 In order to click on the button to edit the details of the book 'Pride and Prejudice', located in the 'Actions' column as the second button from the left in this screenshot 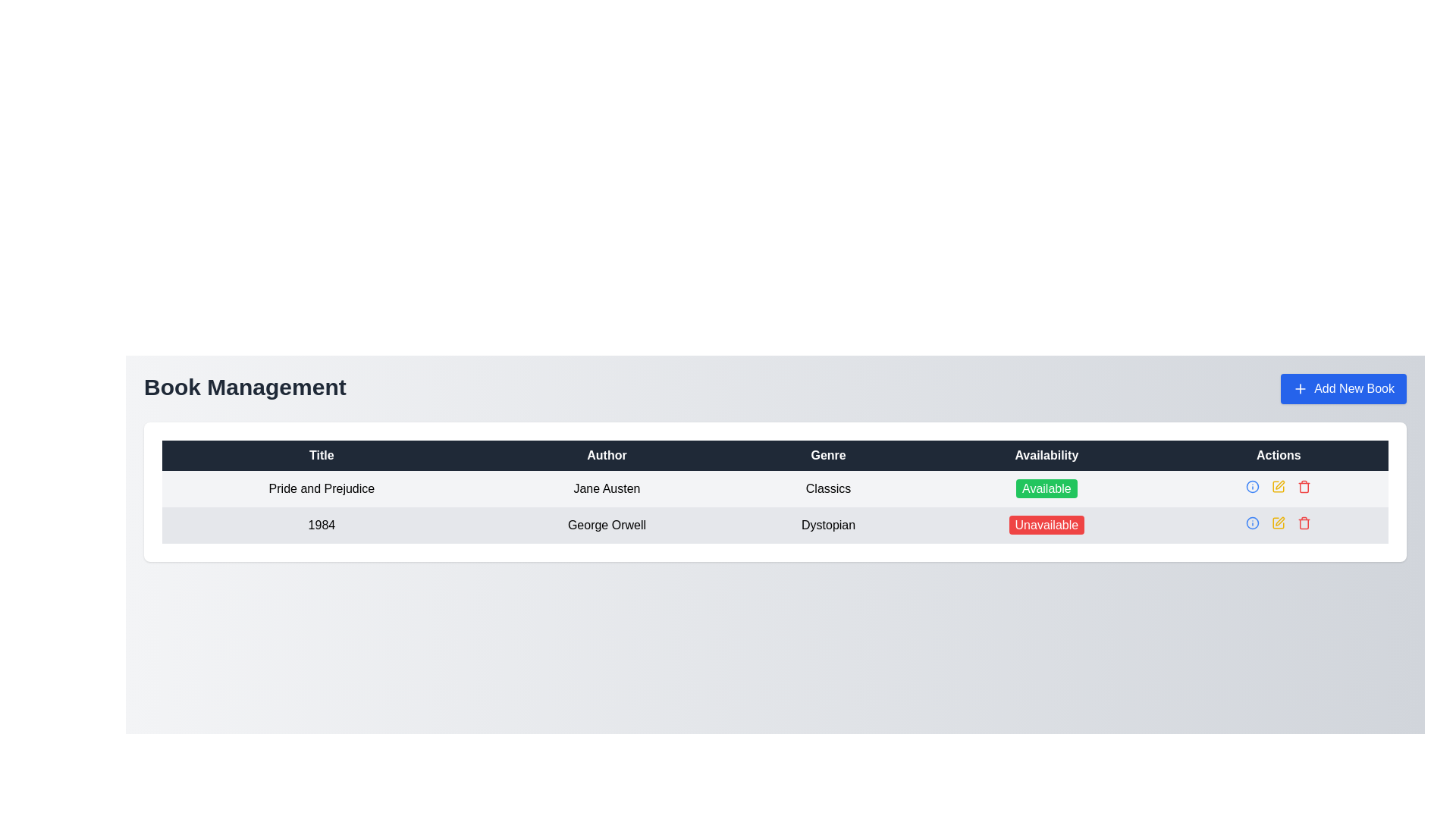, I will do `click(1278, 486)`.